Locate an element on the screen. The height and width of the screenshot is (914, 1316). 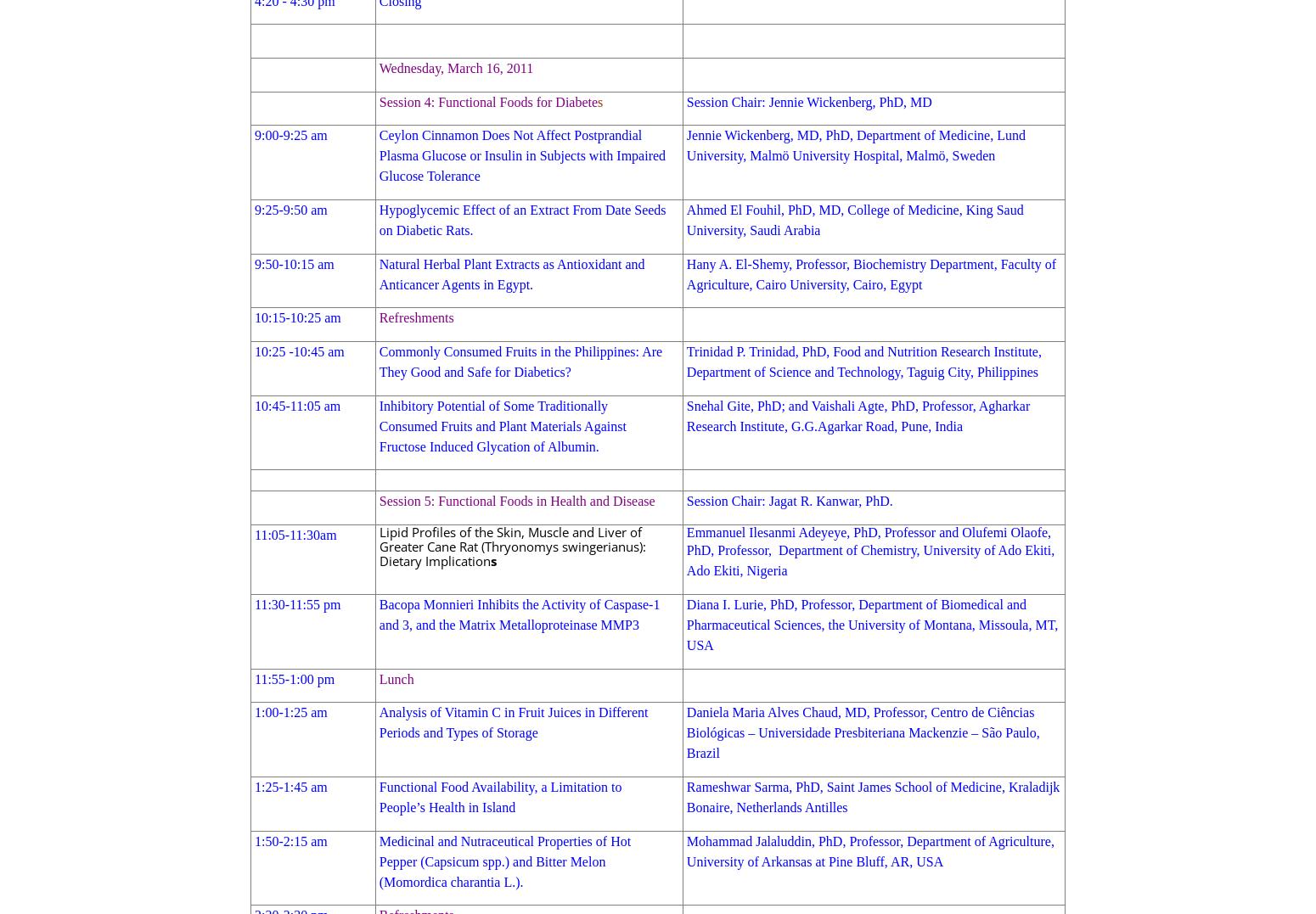
'Medicinal and Nutraceutical Properties of Hot Pepper (Capsicum spp.) and Bitter Melon (Momordica charantia L.).' is located at coordinates (504, 860).